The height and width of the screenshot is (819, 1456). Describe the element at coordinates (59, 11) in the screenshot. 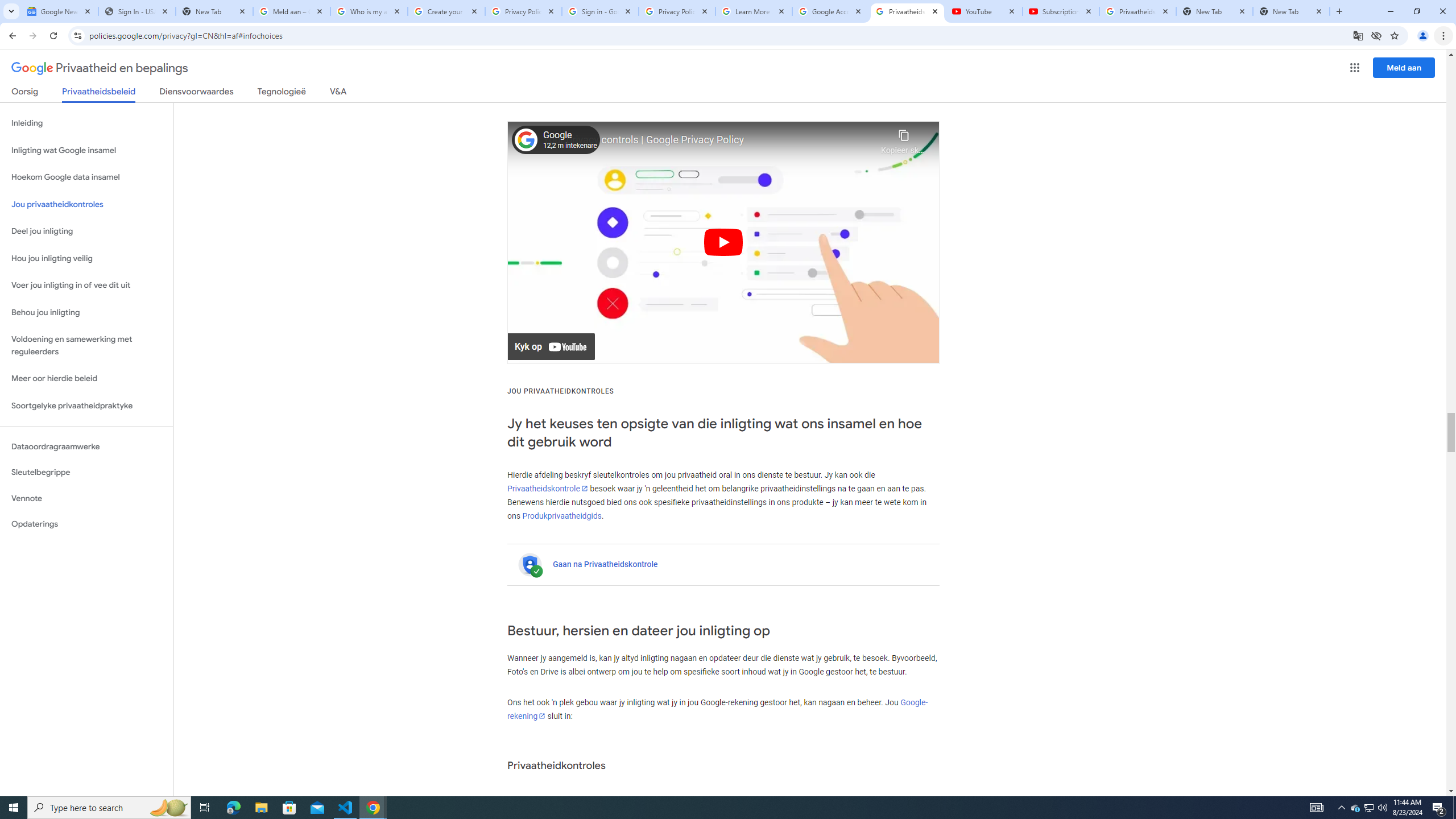

I see `'Google News'` at that location.